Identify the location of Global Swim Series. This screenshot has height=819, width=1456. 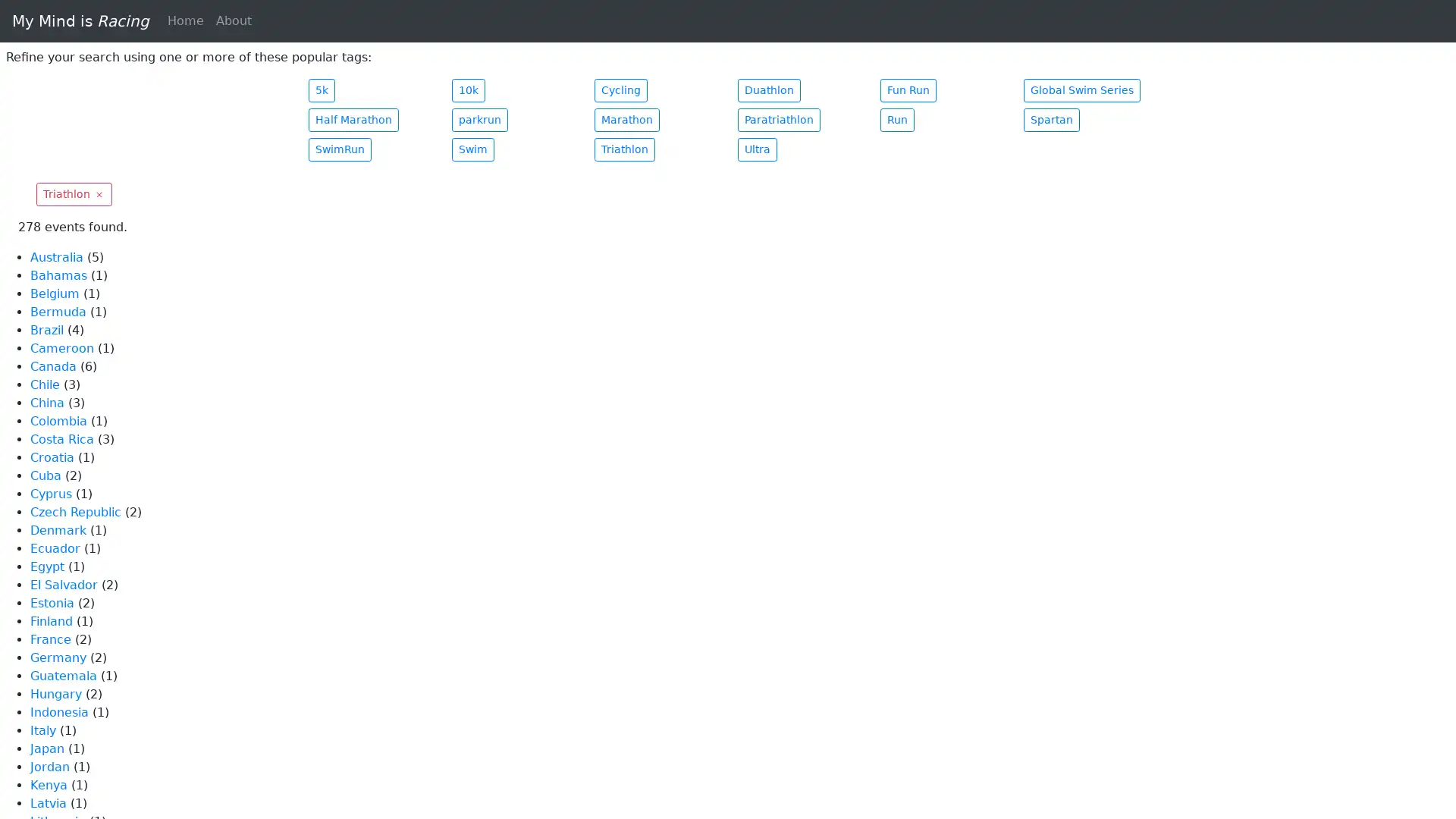
(1080, 90).